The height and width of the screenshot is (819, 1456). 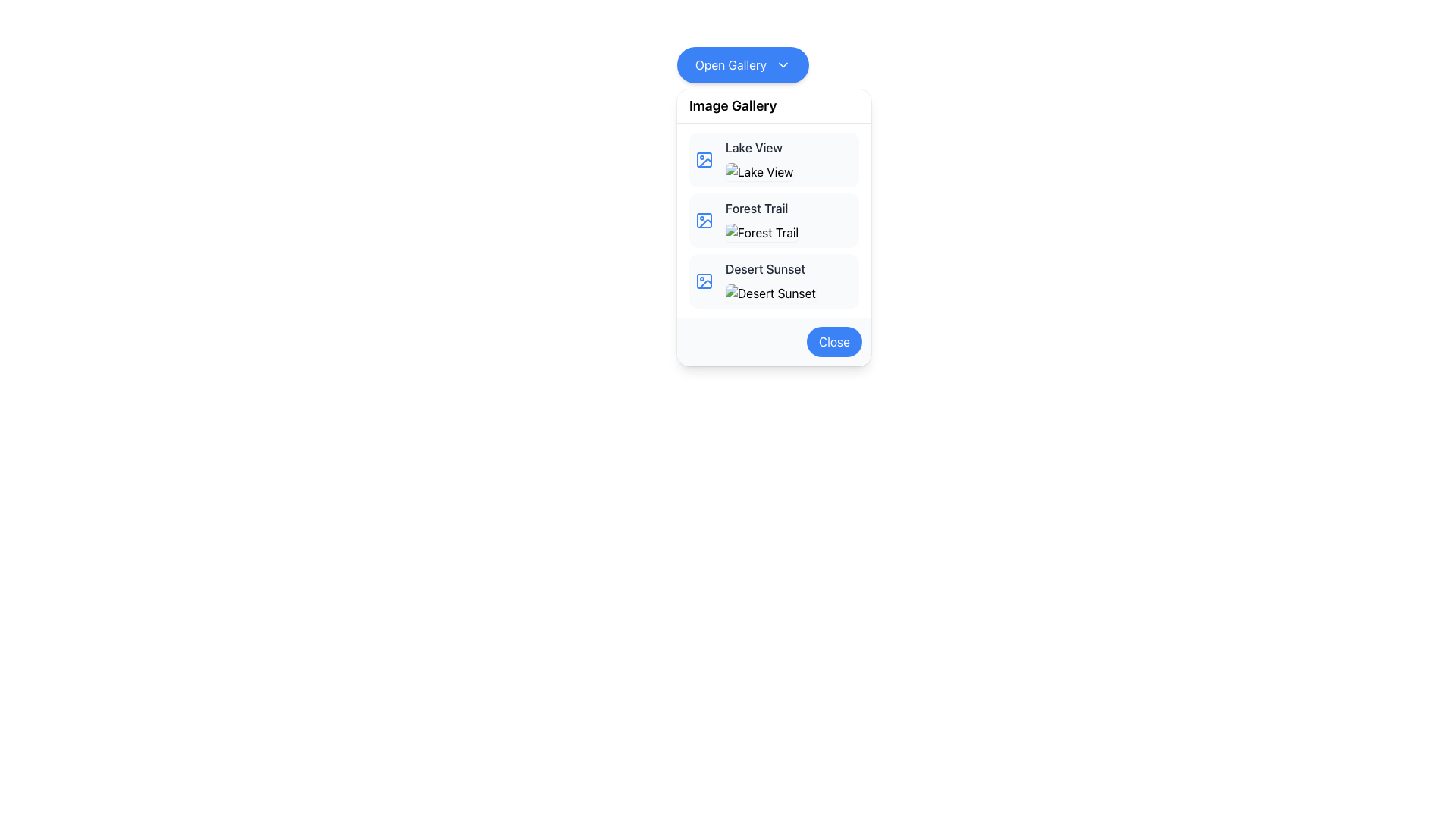 I want to click on the icon representing an image in the 'Image Gallery' menu next to the text 'Lake View', so click(x=703, y=160).